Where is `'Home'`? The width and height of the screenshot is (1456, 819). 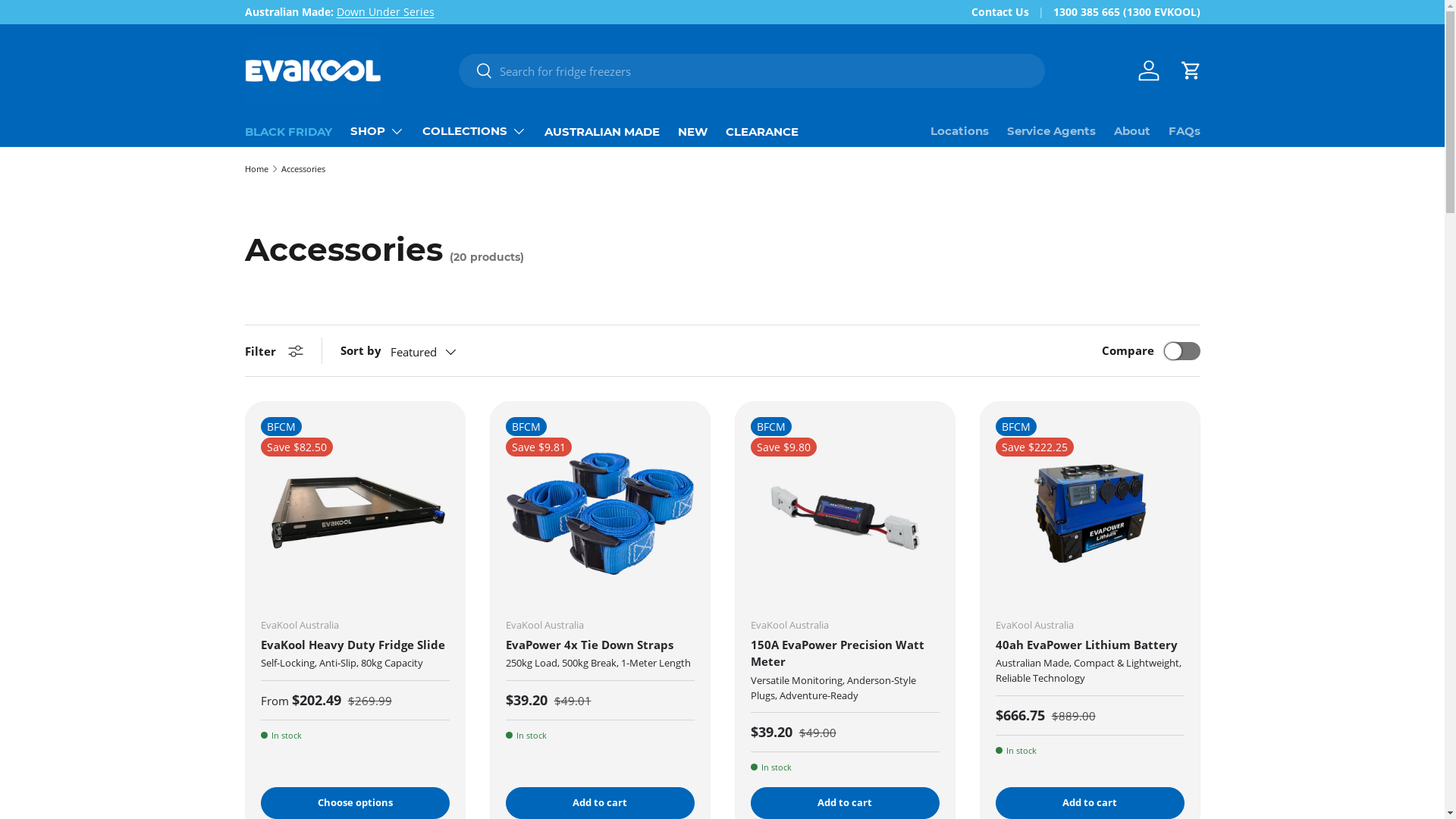
'Home' is located at coordinates (243, 168).